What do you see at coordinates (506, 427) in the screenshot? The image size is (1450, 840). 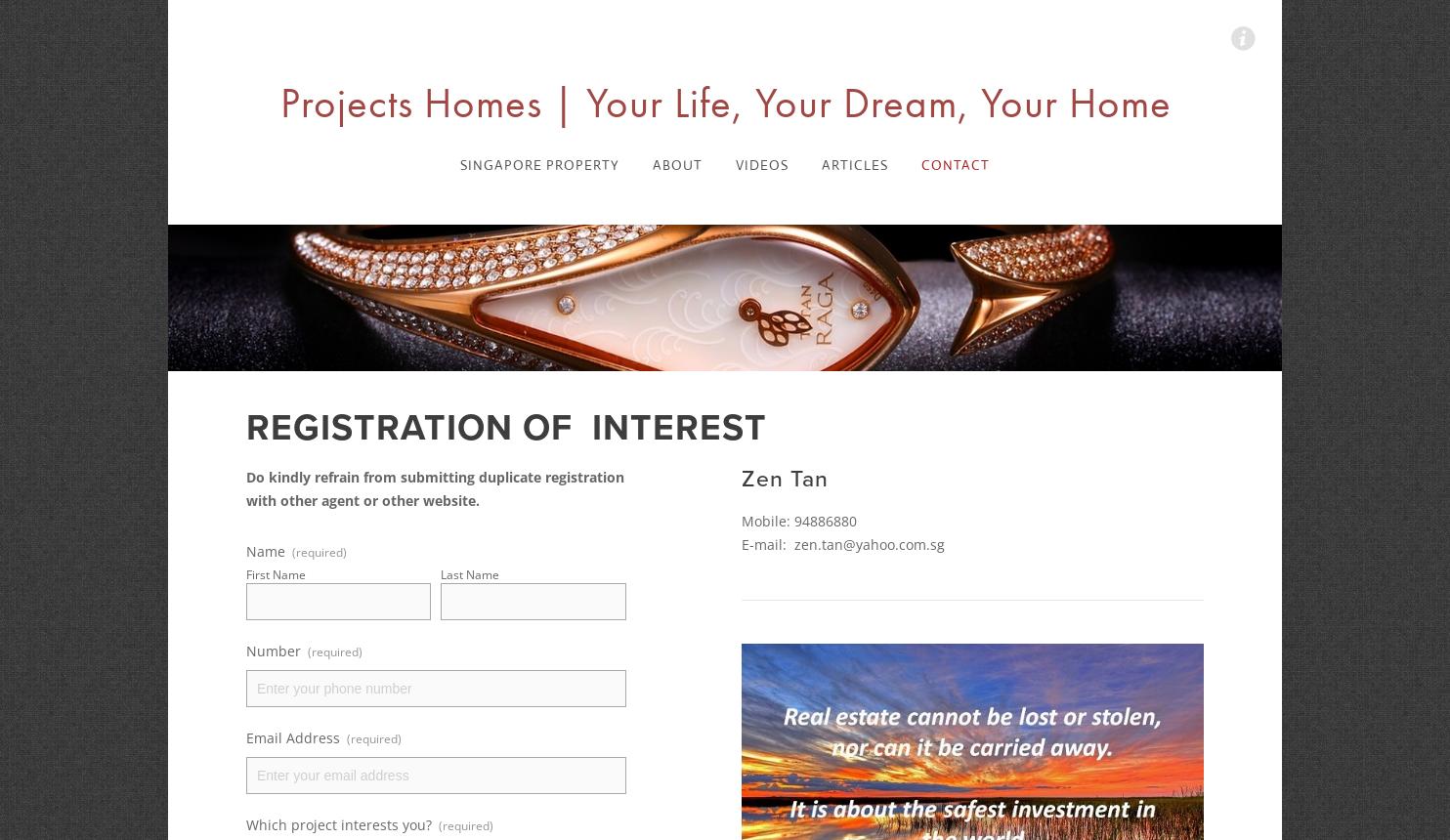 I see `'Registration of  Interest'` at bounding box center [506, 427].